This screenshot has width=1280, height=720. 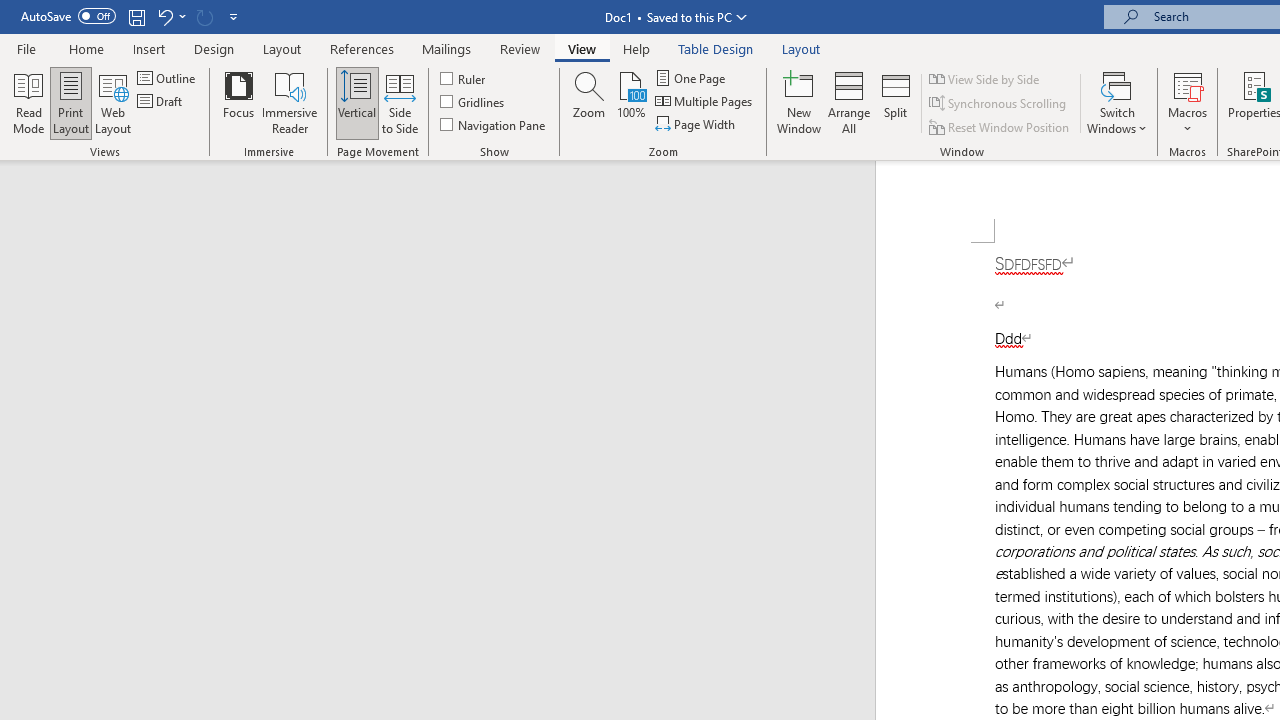 I want to click on 'Arrange All', so click(x=849, y=103).